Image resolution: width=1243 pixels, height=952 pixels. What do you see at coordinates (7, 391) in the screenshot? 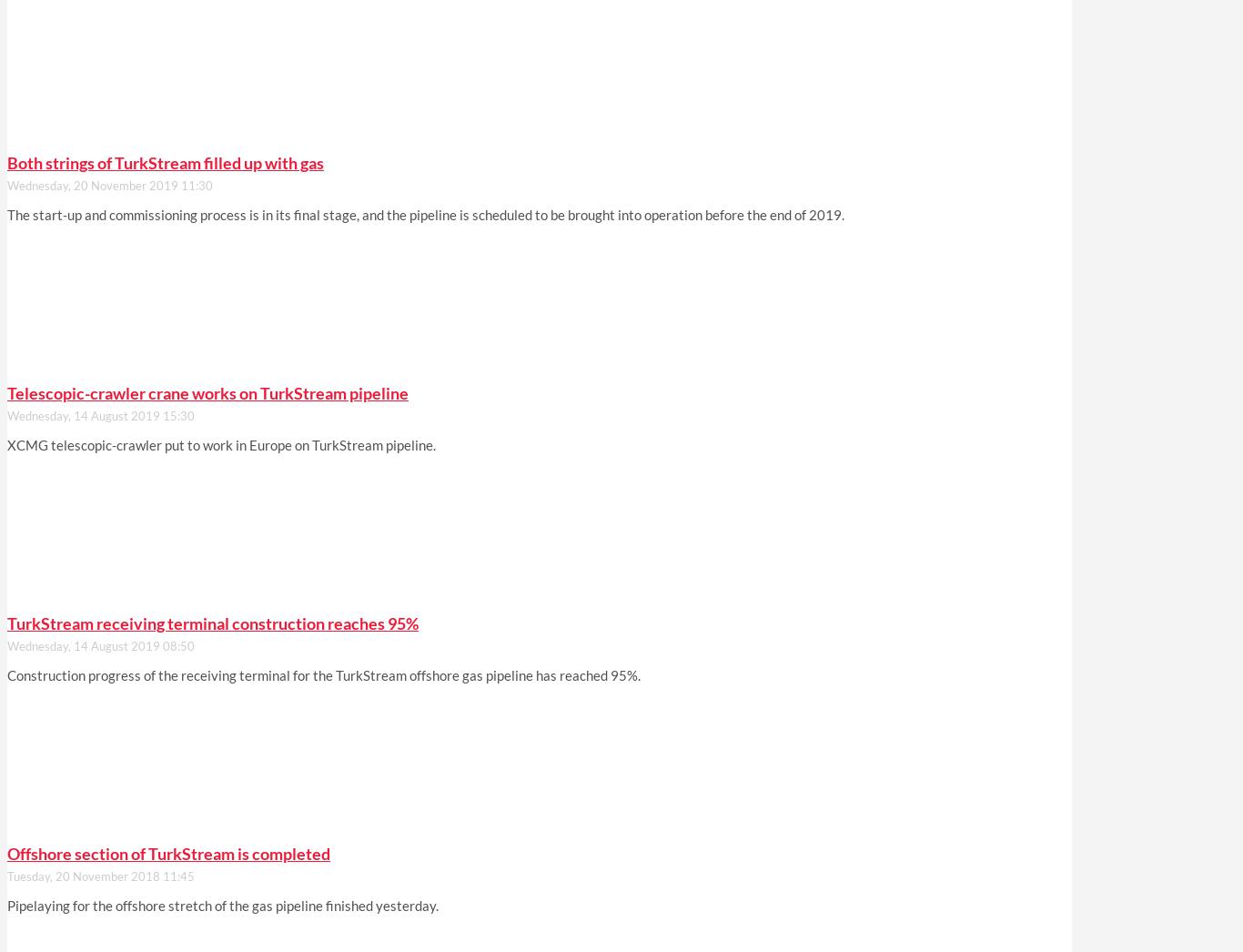
I see `'Telescopic-crawler crane works on TurkStream pipeline'` at bounding box center [7, 391].